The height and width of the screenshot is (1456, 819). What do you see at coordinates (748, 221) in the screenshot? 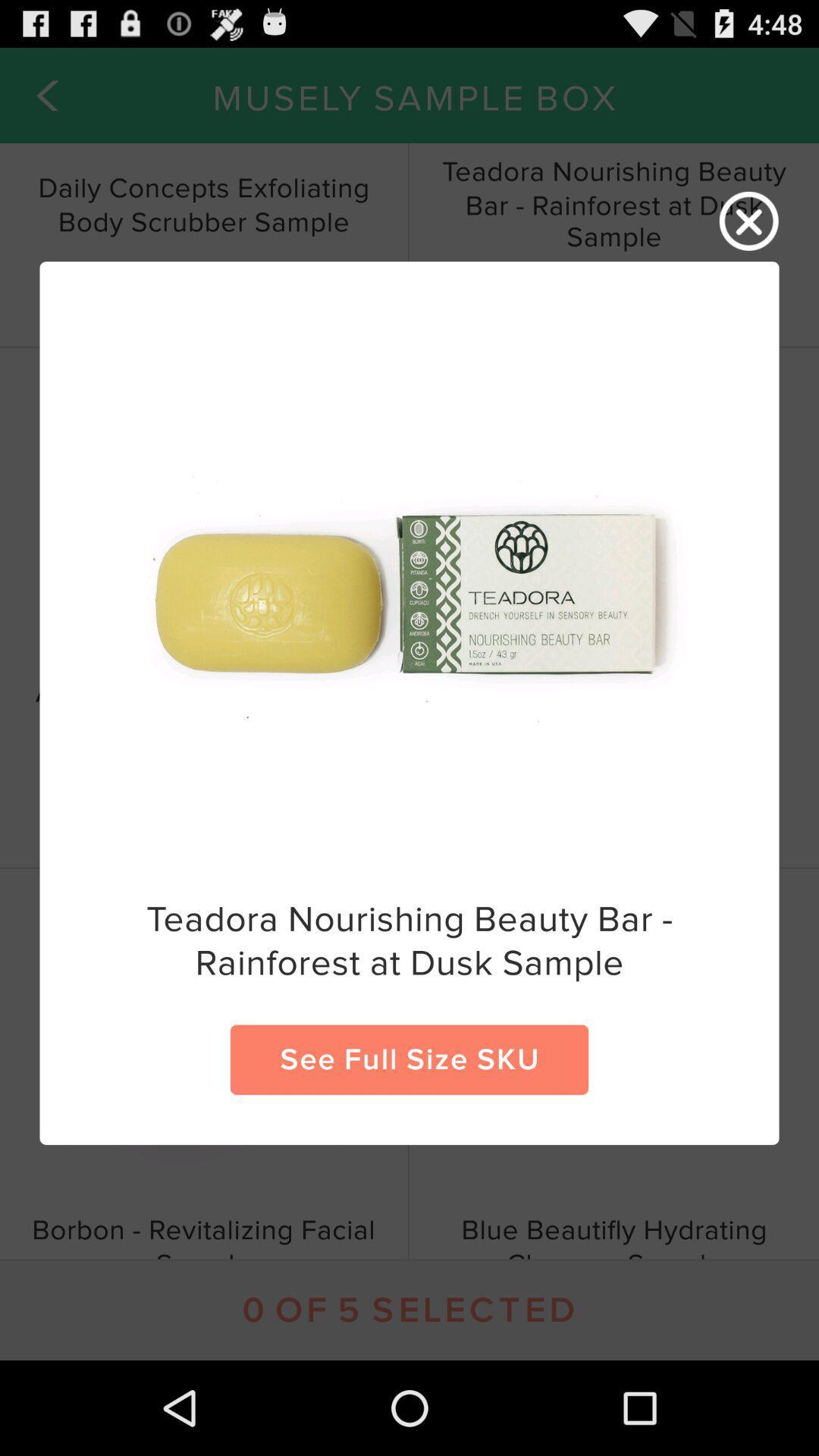
I see `close` at bounding box center [748, 221].